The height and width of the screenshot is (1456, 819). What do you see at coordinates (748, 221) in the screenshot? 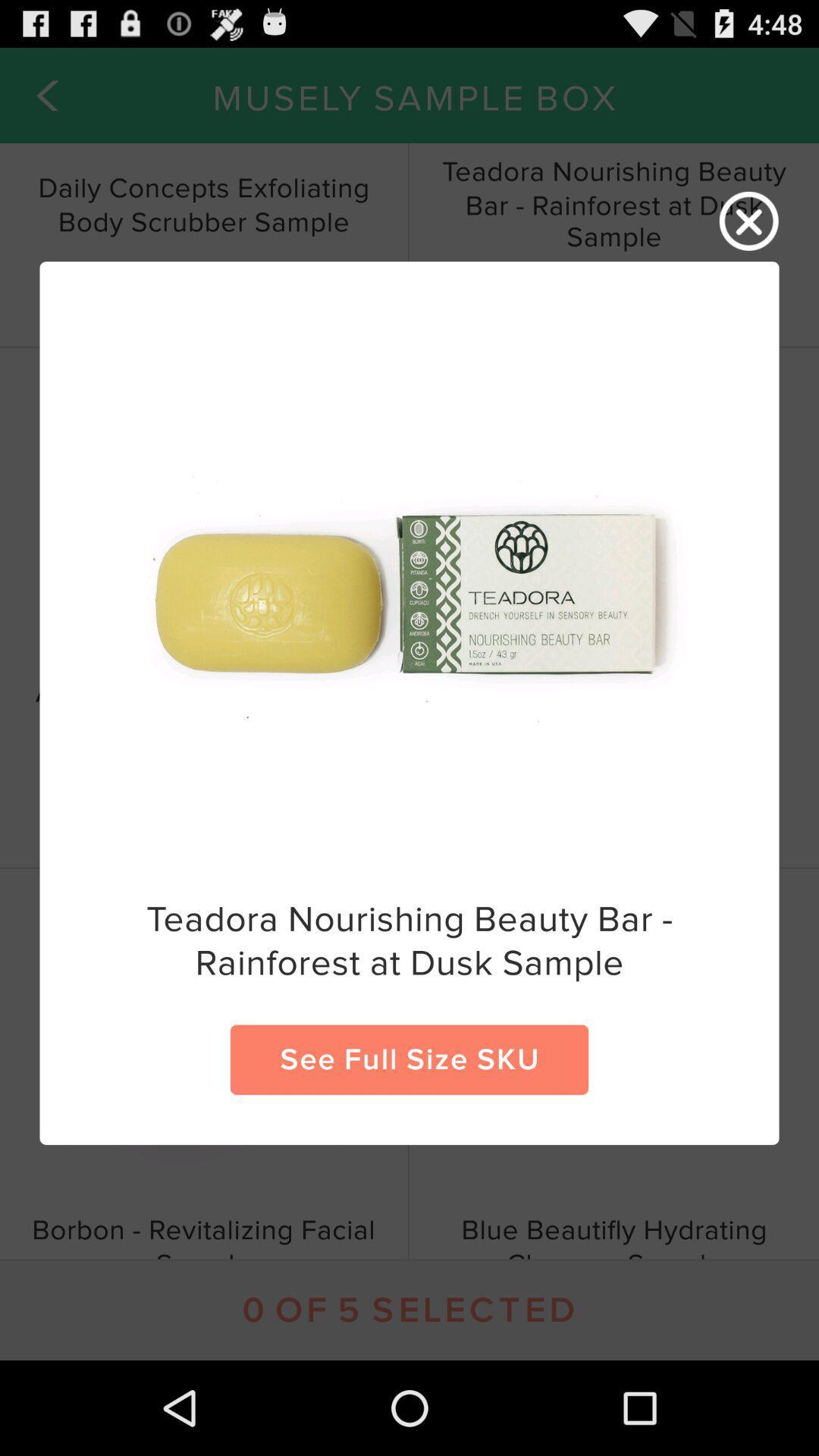
I see `close` at bounding box center [748, 221].